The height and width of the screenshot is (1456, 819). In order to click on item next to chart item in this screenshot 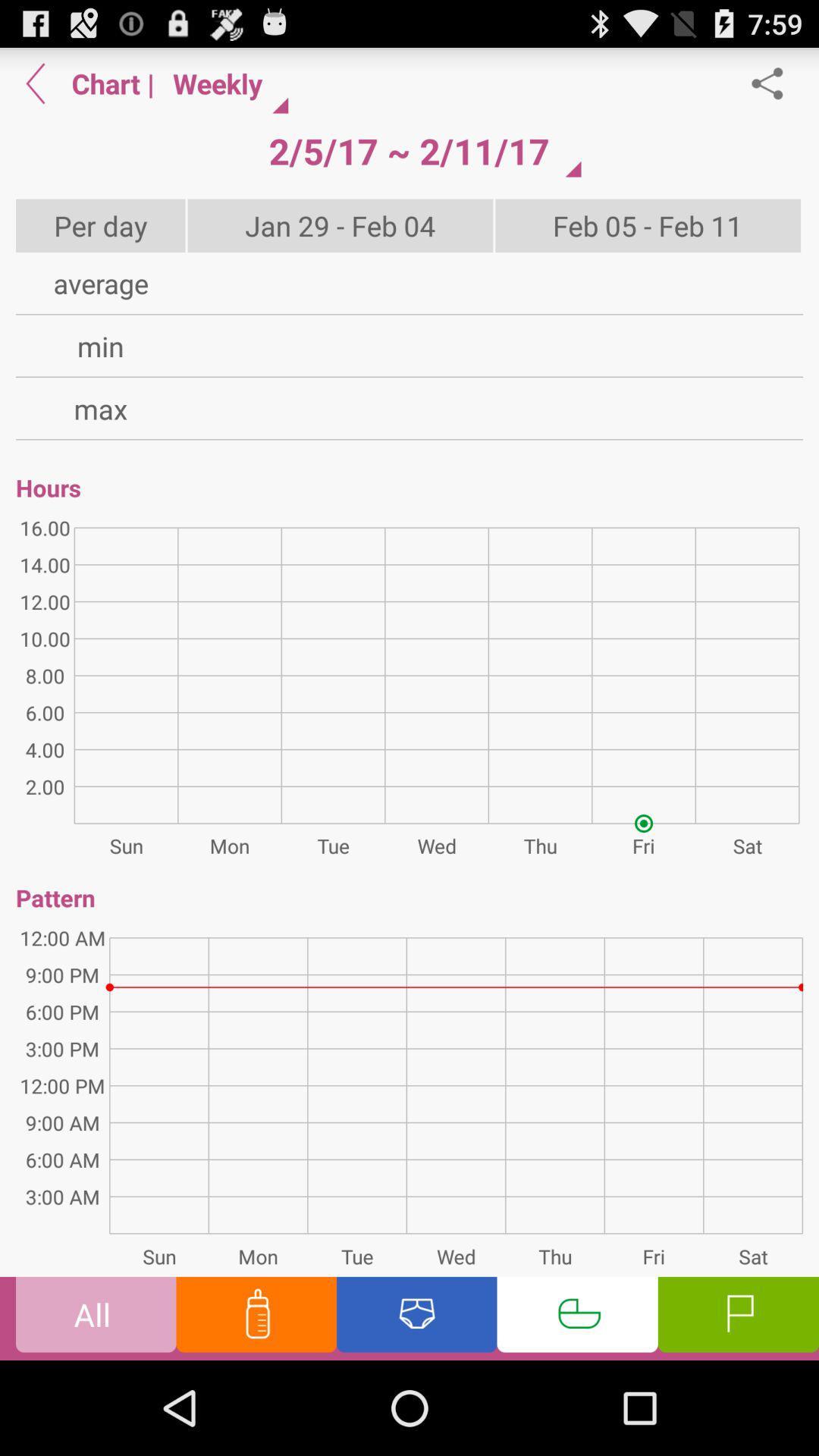, I will do `click(35, 83)`.